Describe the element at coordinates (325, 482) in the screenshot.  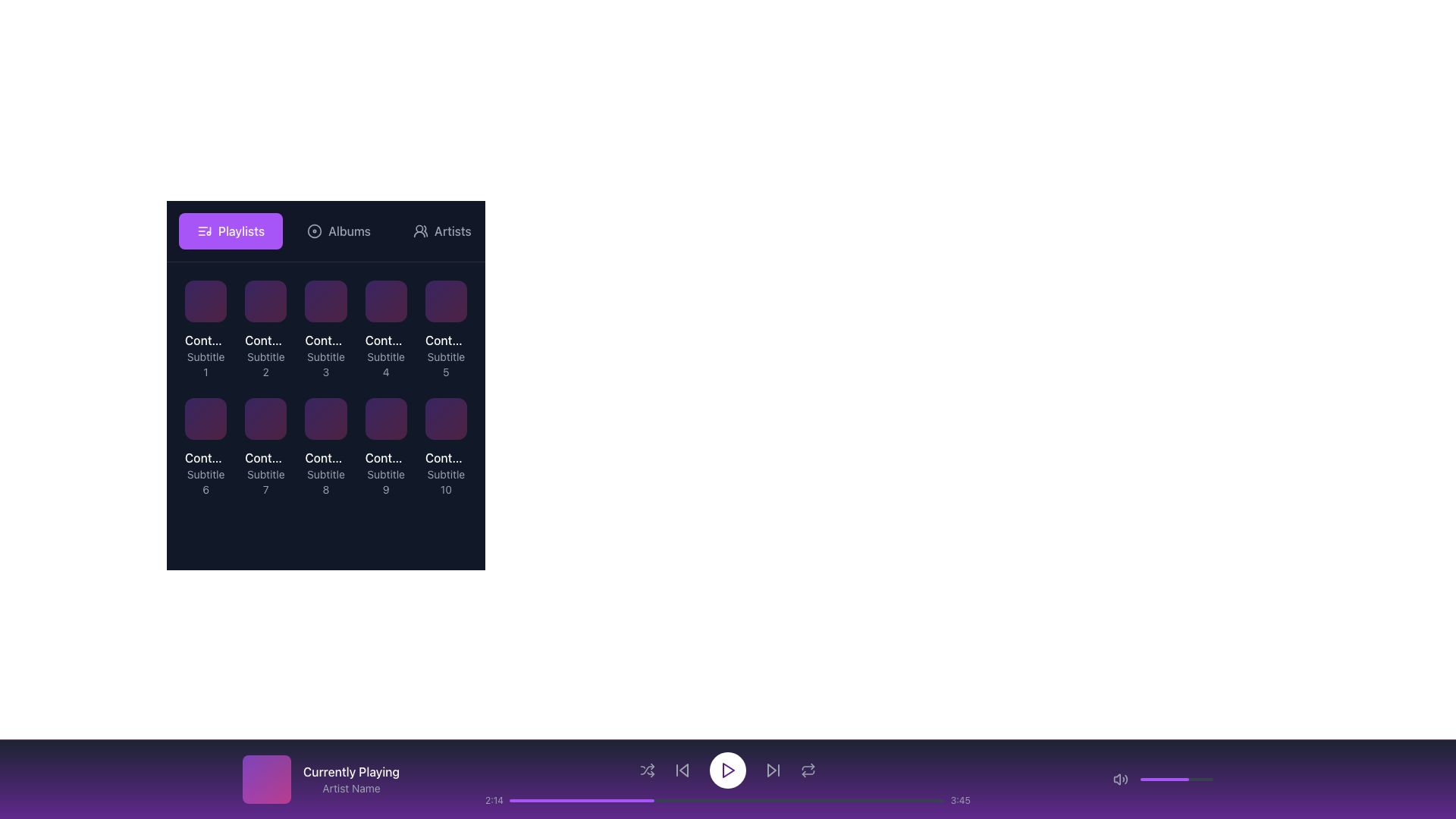
I see `the text element displaying 'Subtitle 8', which is part of the eighth card in a grid layout, located at the bottom of the paired title-subtitle group titled 'Content Title 8'` at that location.